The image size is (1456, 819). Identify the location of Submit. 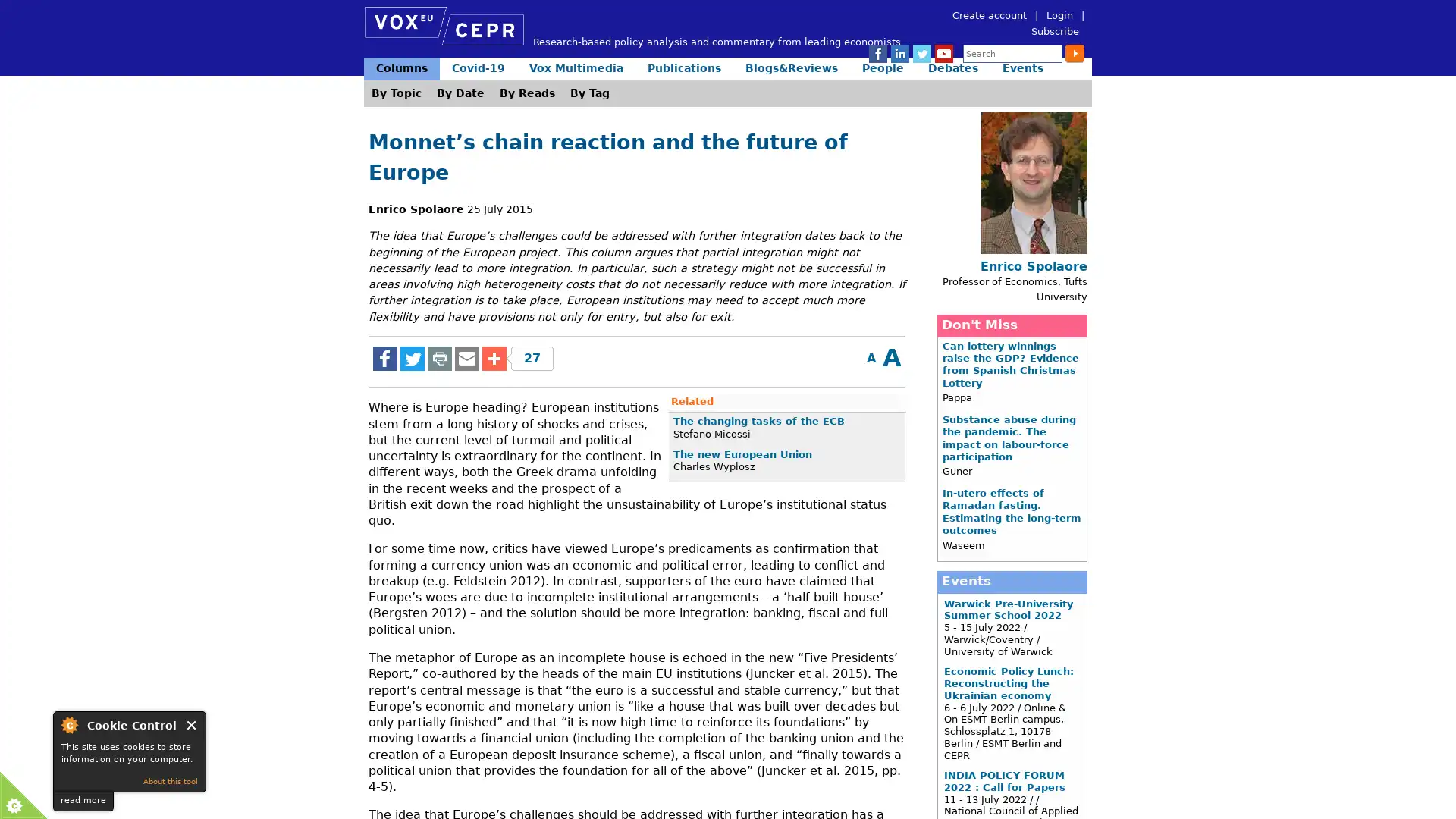
(1074, 52).